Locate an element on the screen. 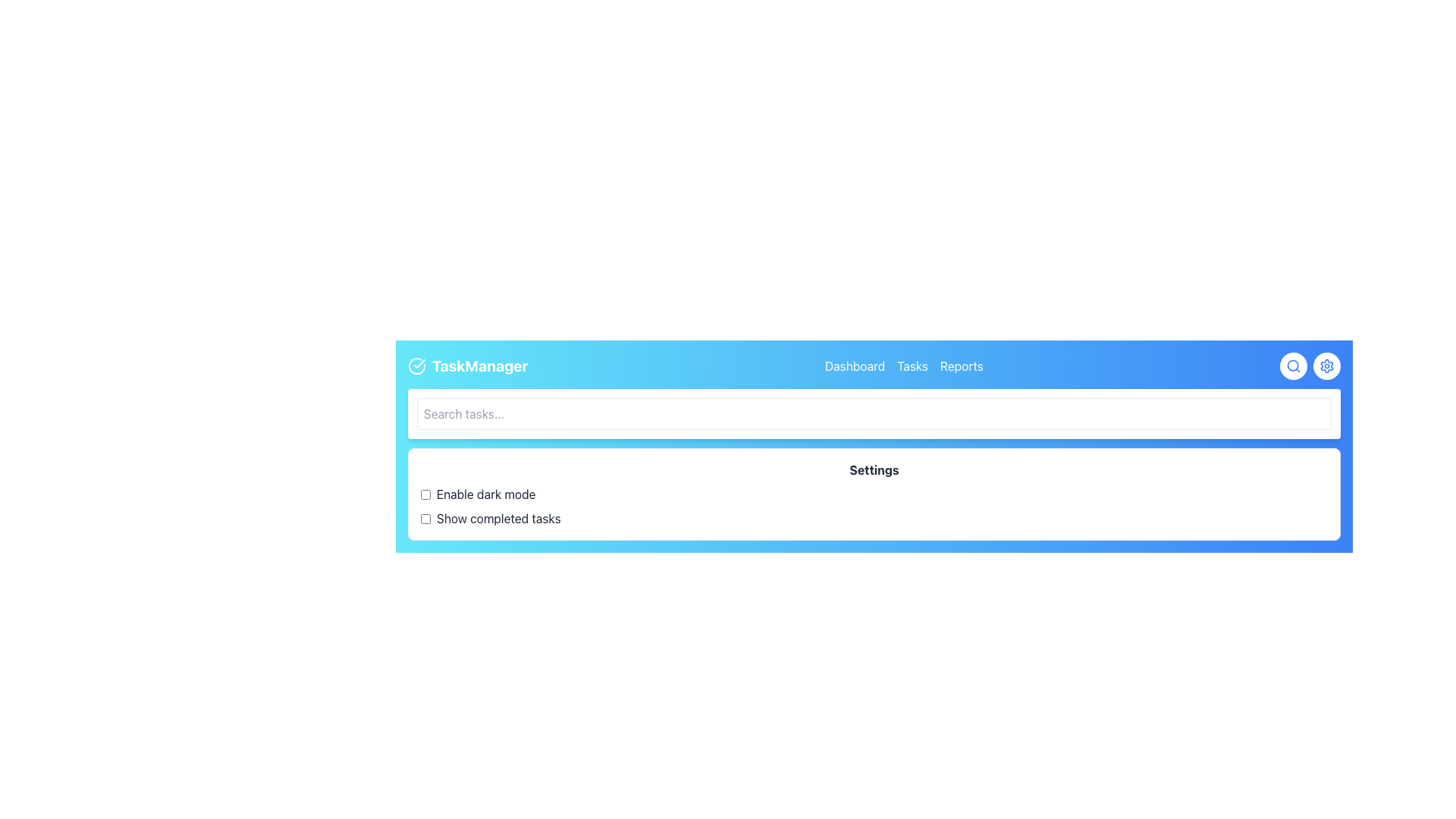 The image size is (1456, 819). the circular search button with a white background and blue border, featuring a magnifying glass icon, located on the far right of the blue navigation bar is located at coordinates (1292, 366).